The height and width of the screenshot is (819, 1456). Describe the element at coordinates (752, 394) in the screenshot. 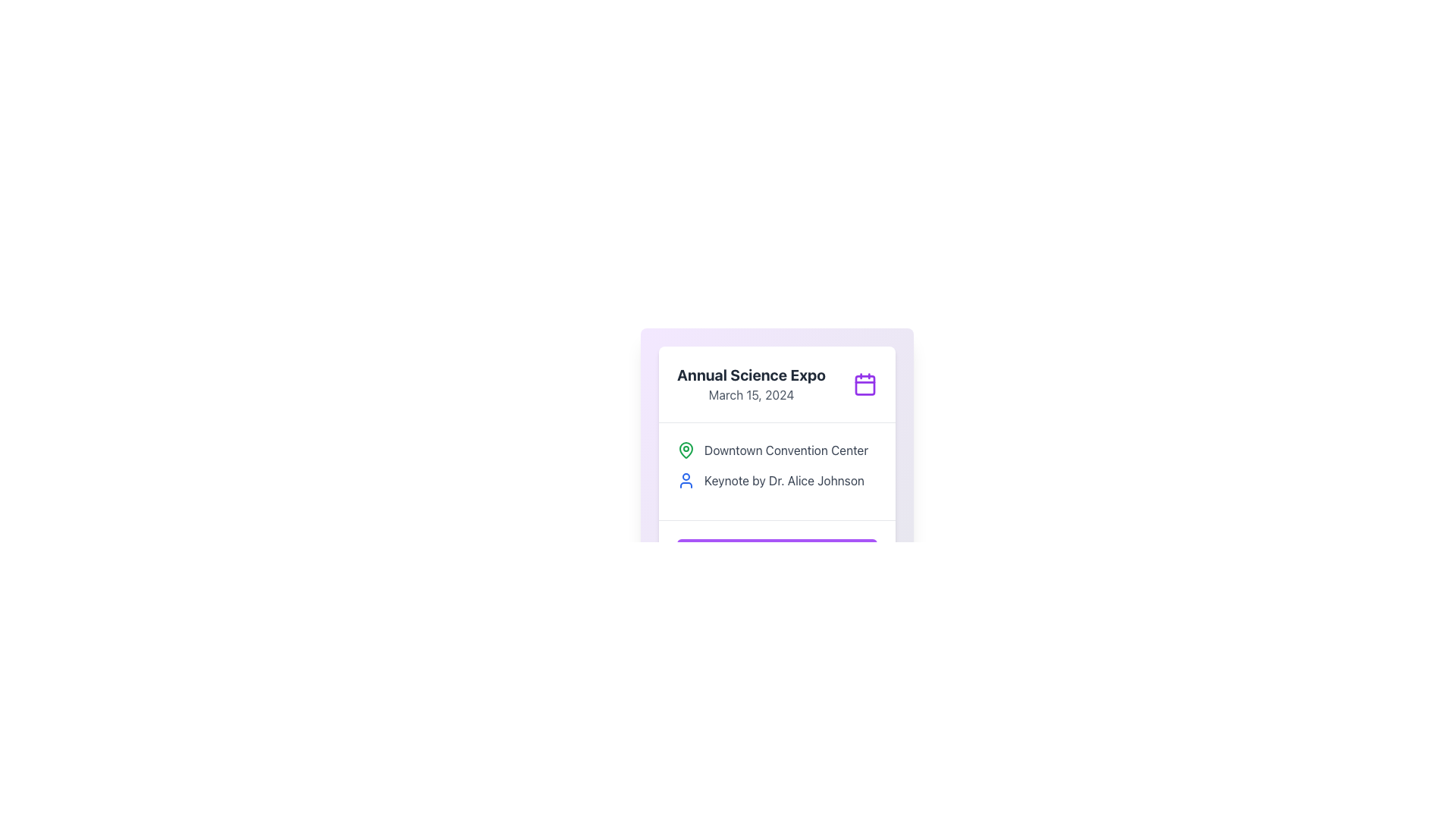

I see `the plain text label displaying the date 'March 15, 2024' of the 'Annual Science Expo' event, located below the heading in the event information card` at that location.